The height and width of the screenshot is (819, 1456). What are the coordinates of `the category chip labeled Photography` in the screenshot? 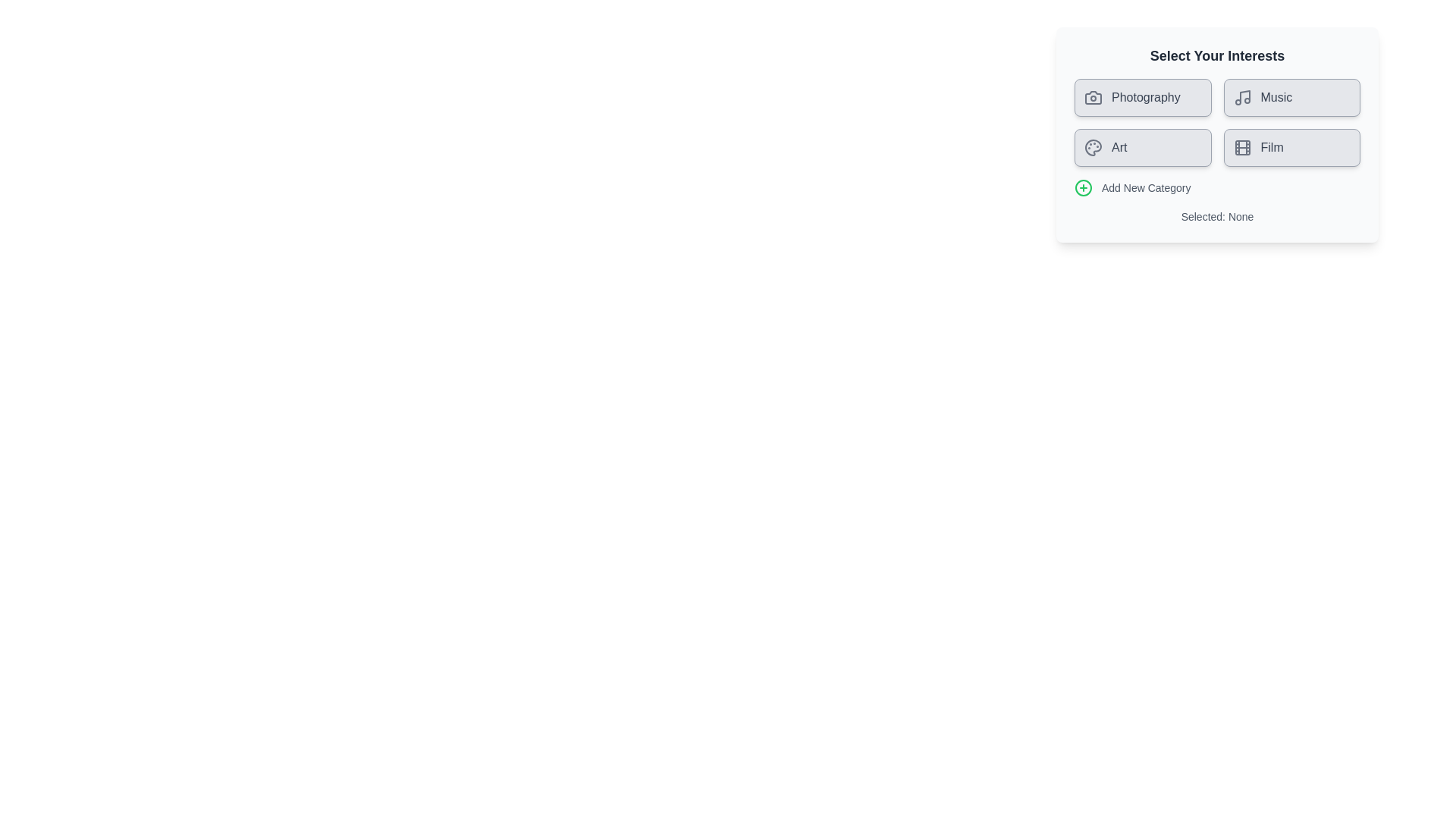 It's located at (1143, 97).